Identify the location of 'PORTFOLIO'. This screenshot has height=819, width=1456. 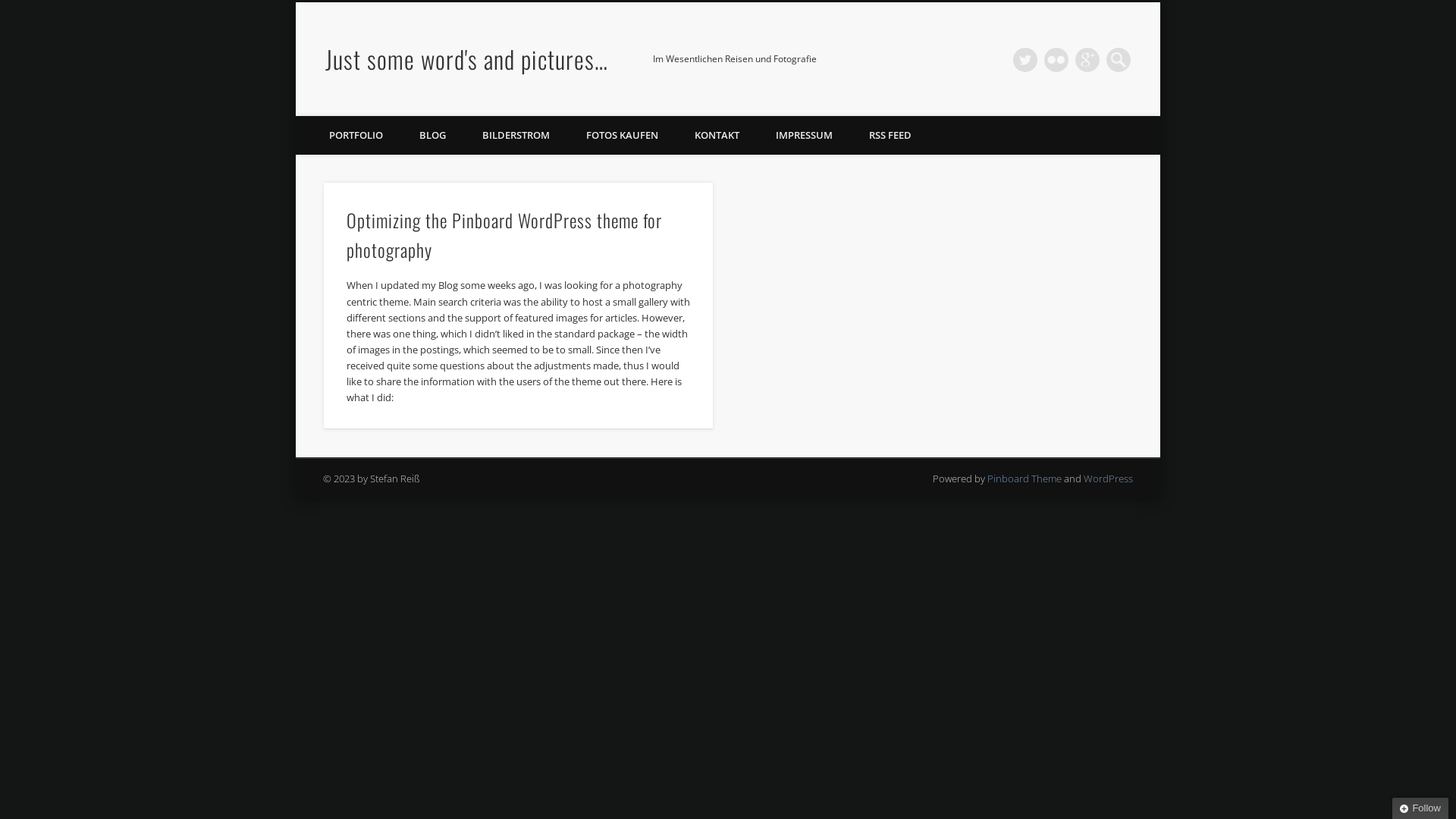
(355, 134).